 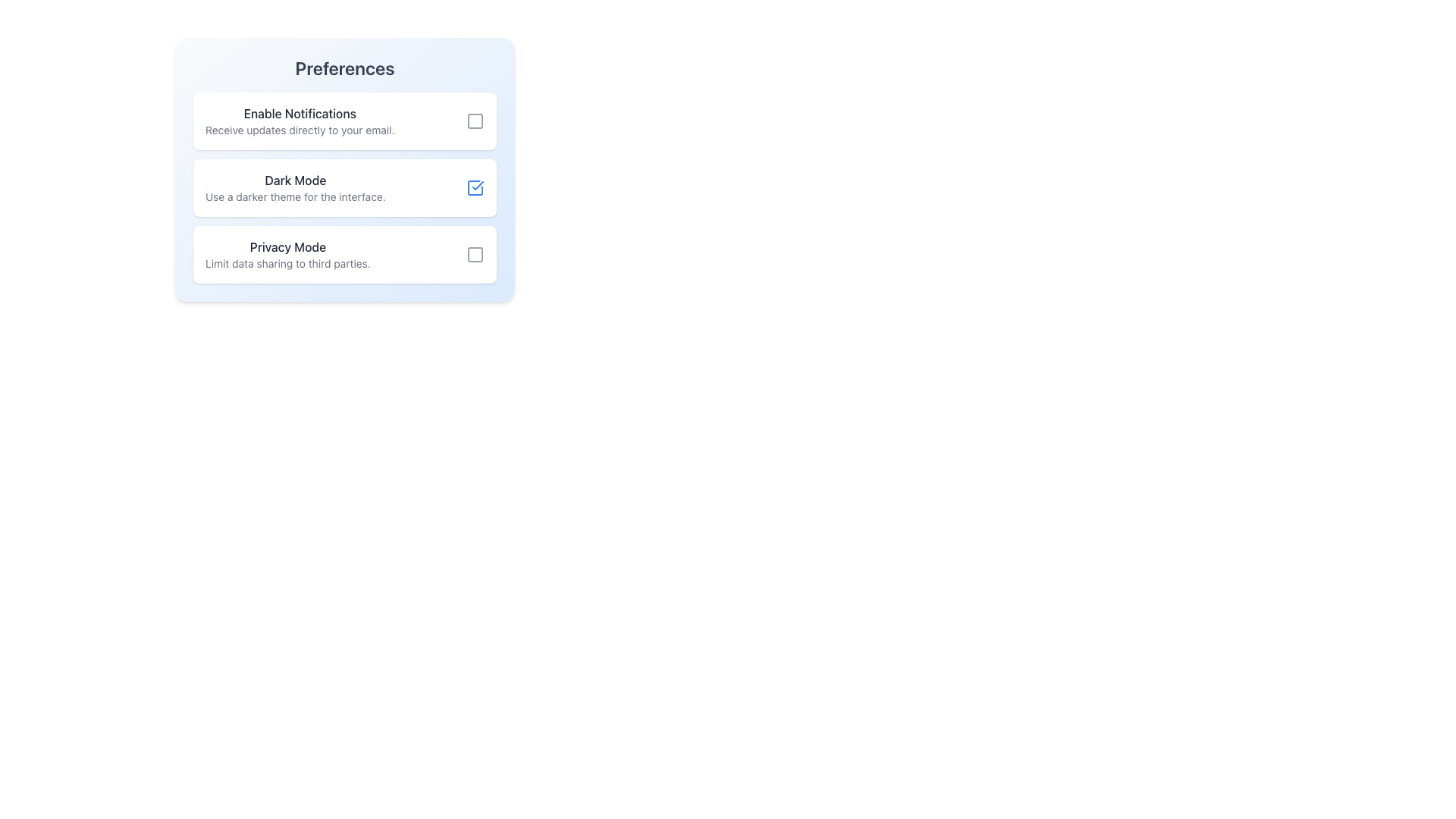 What do you see at coordinates (475, 187) in the screenshot?
I see `the checkbox with a blue border and a blue check mark, located to the right of the 'Dark Mode' text` at bounding box center [475, 187].